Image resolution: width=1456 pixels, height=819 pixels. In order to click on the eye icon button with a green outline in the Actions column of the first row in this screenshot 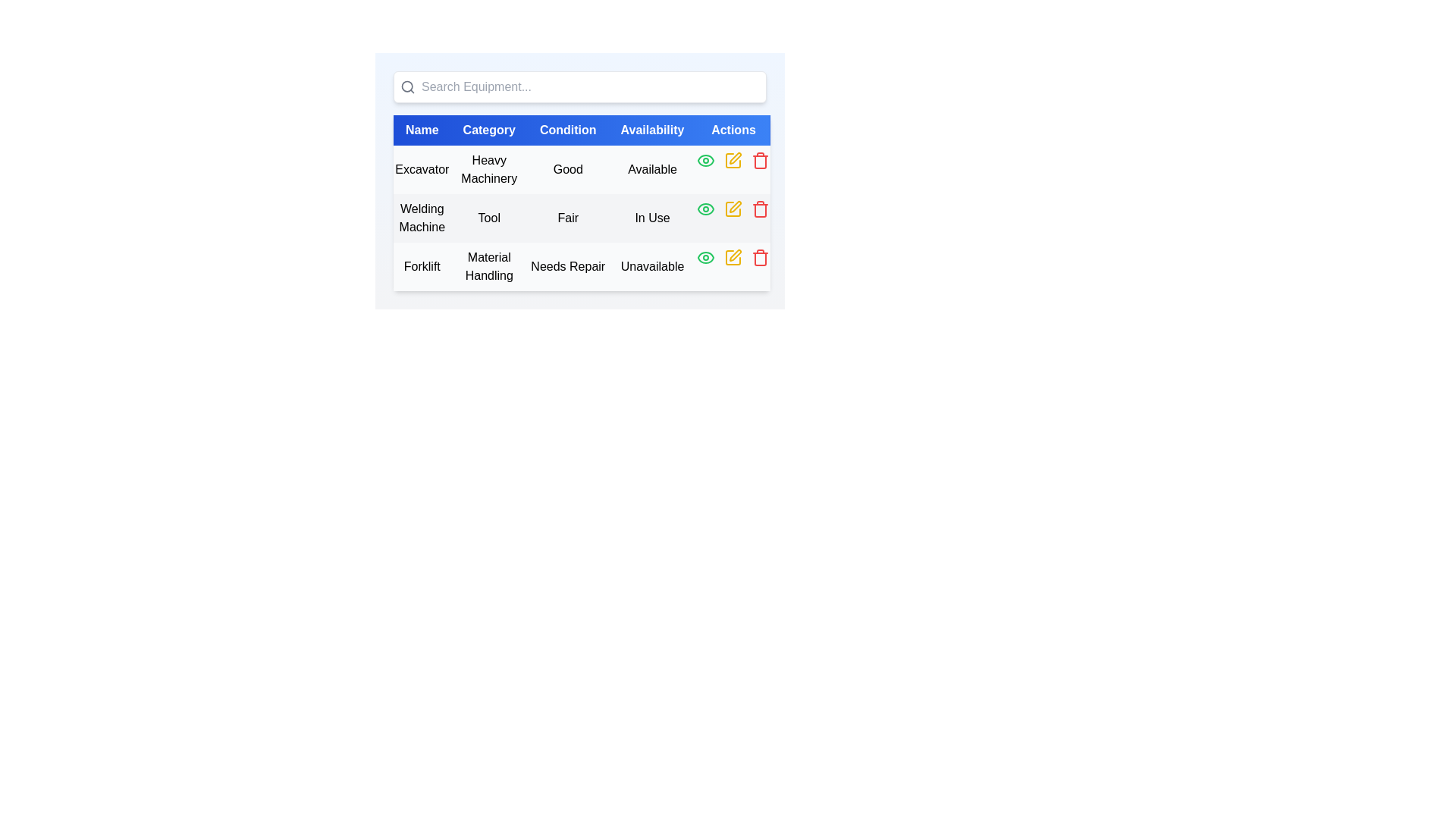, I will do `click(705, 161)`.